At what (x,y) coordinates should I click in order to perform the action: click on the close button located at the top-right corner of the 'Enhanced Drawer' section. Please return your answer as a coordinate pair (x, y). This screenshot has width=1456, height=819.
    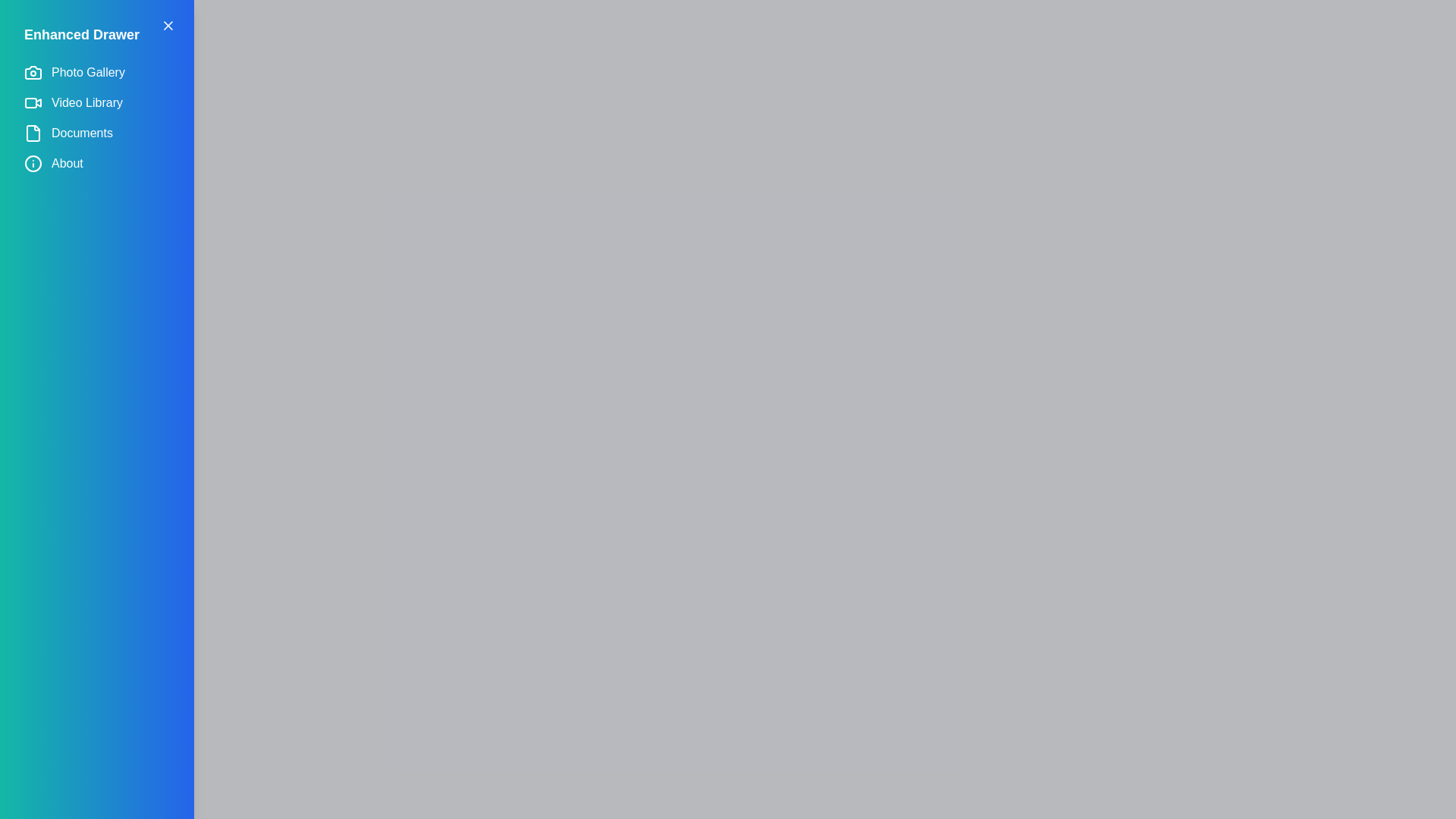
    Looking at the image, I should click on (168, 26).